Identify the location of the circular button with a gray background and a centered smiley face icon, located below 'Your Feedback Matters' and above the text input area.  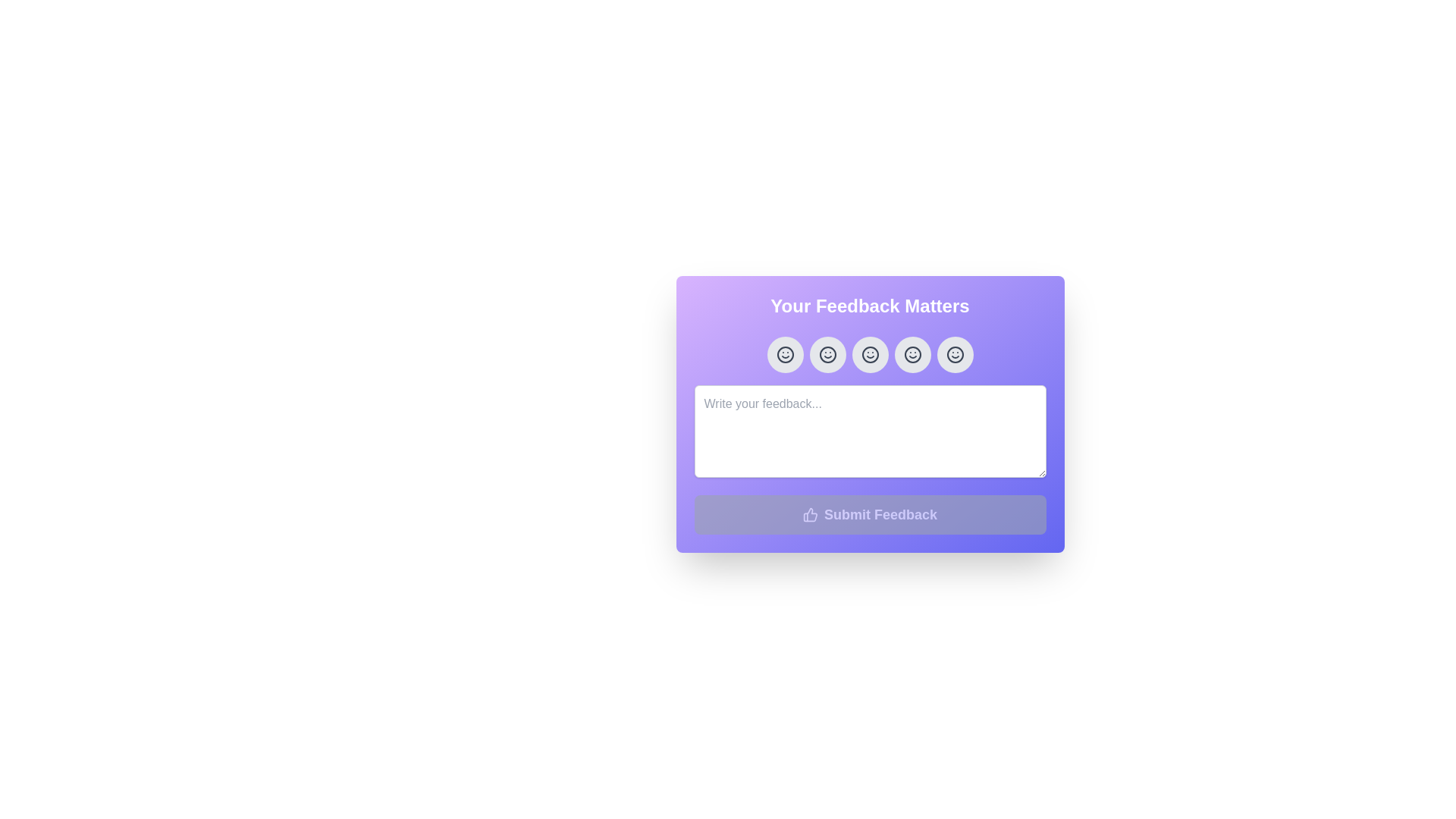
(785, 354).